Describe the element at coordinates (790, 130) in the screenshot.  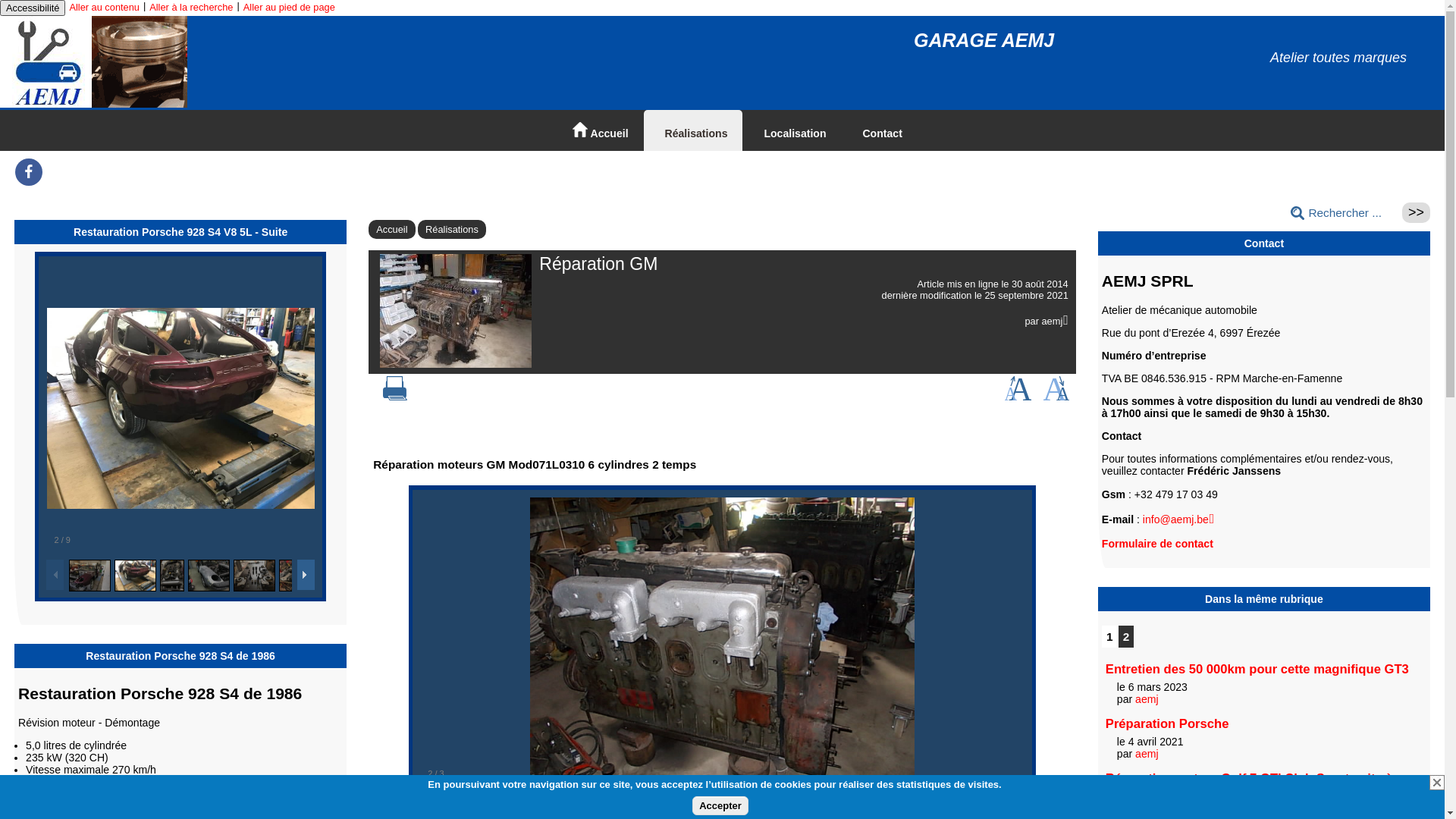
I see `'Localisation'` at that location.